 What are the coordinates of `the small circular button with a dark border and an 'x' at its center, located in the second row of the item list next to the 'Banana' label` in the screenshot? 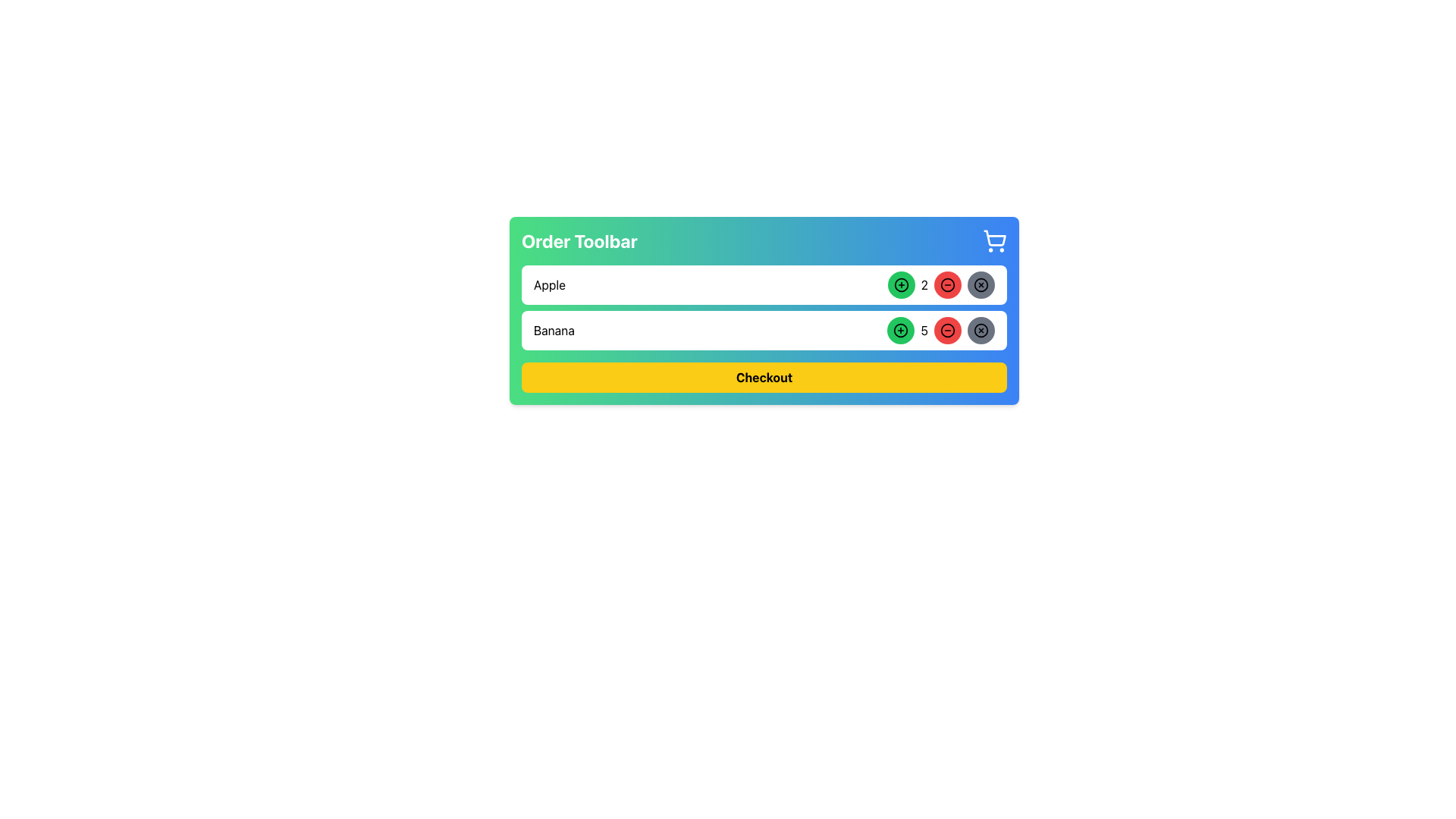 It's located at (981, 284).